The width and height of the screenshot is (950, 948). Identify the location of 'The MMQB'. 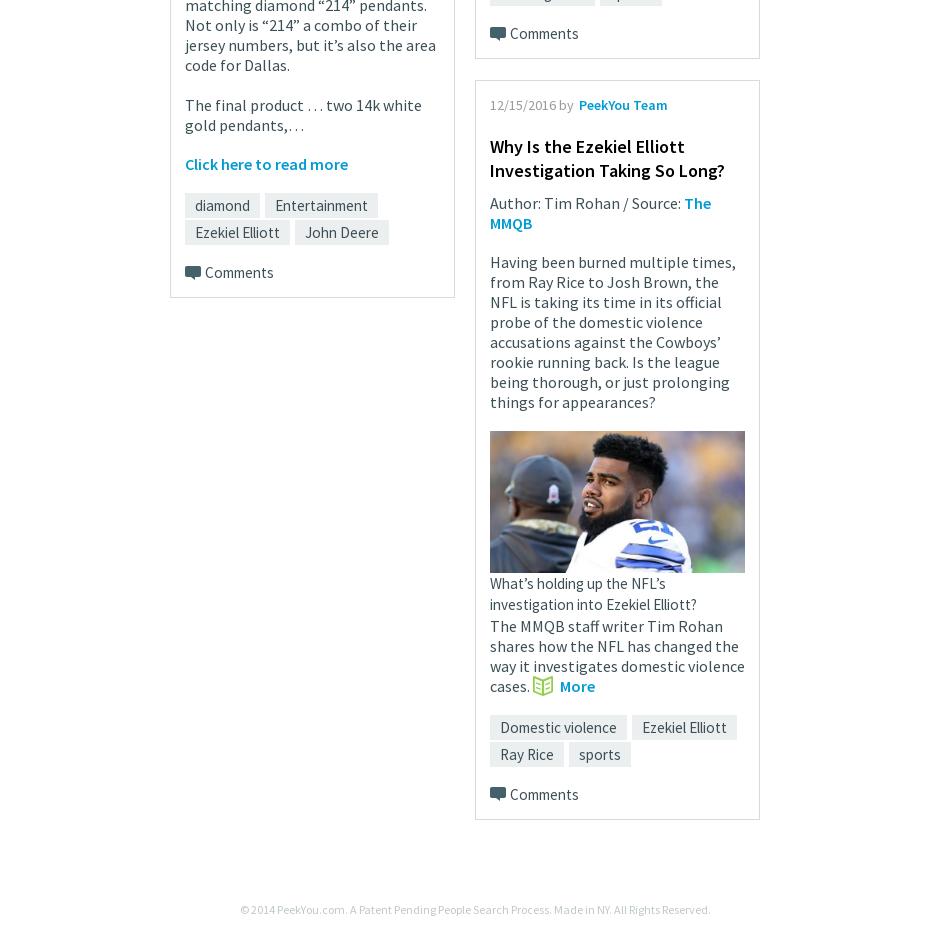
(600, 210).